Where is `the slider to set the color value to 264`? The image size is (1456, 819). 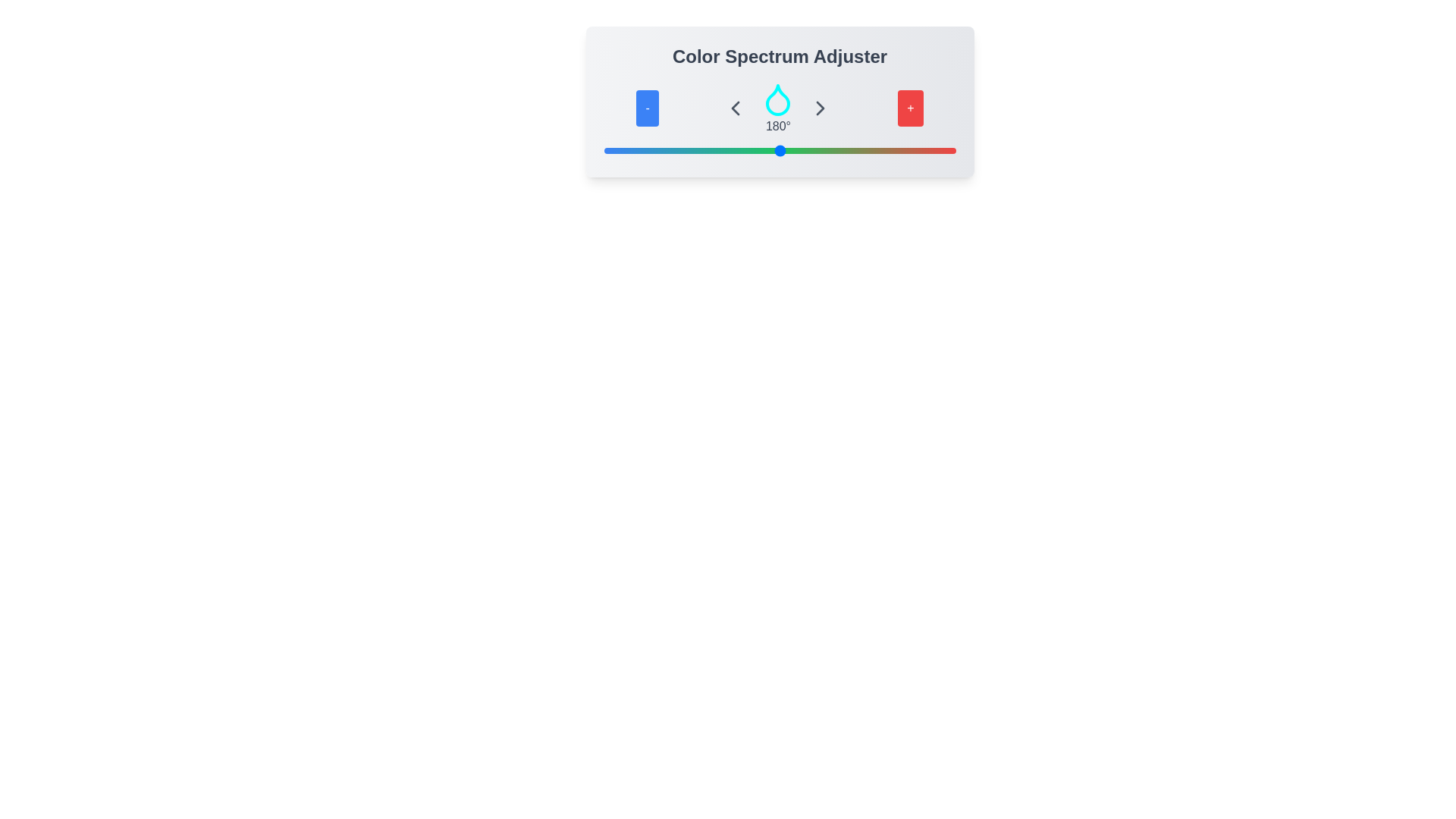
the slider to set the color value to 264 is located at coordinates (861, 151).